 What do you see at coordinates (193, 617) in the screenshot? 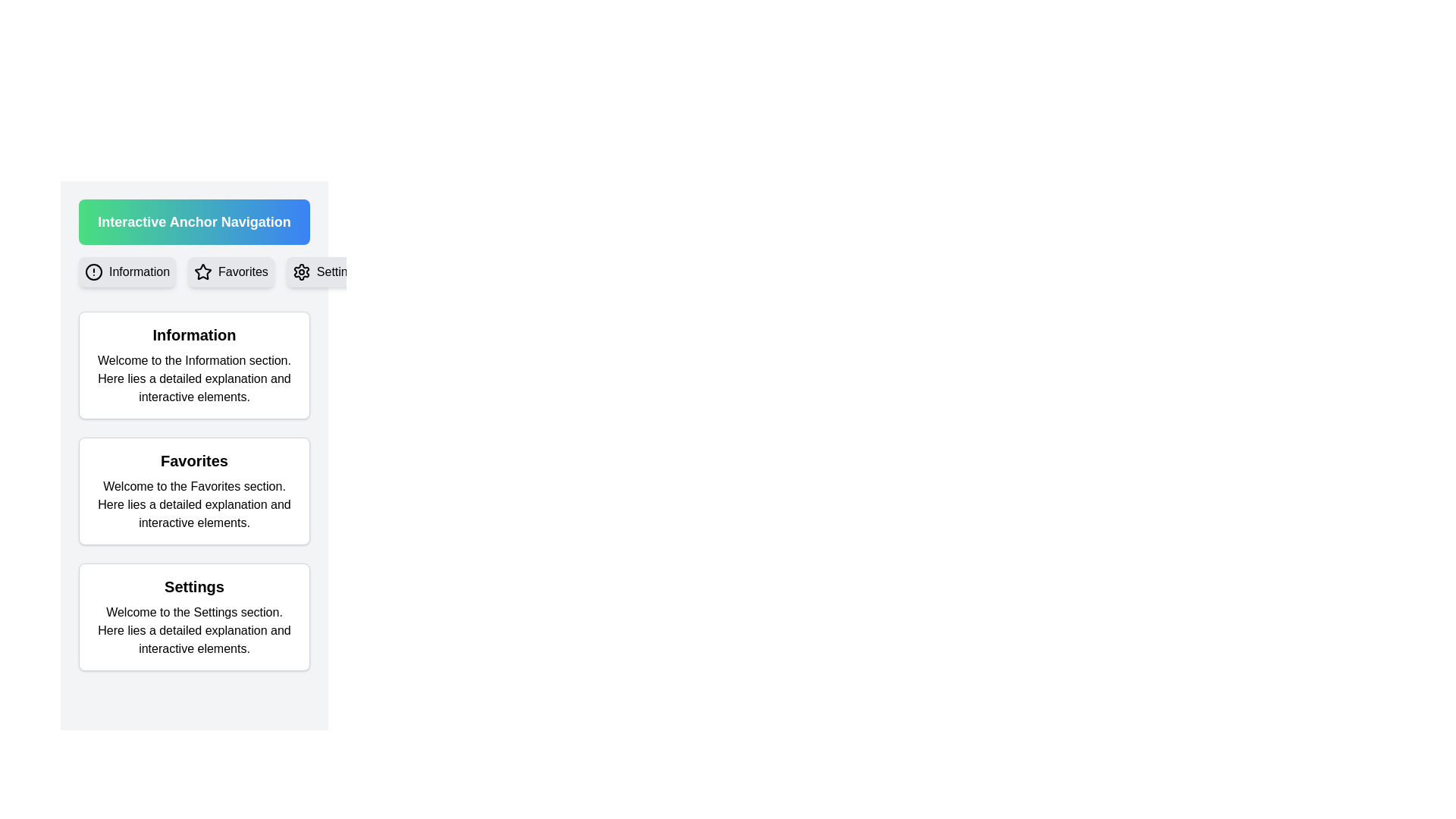
I see `text content of the settings informational card located at the bottom of the vertical stack of cards, which is the third card following 'Information' and 'Favorites'` at bounding box center [193, 617].